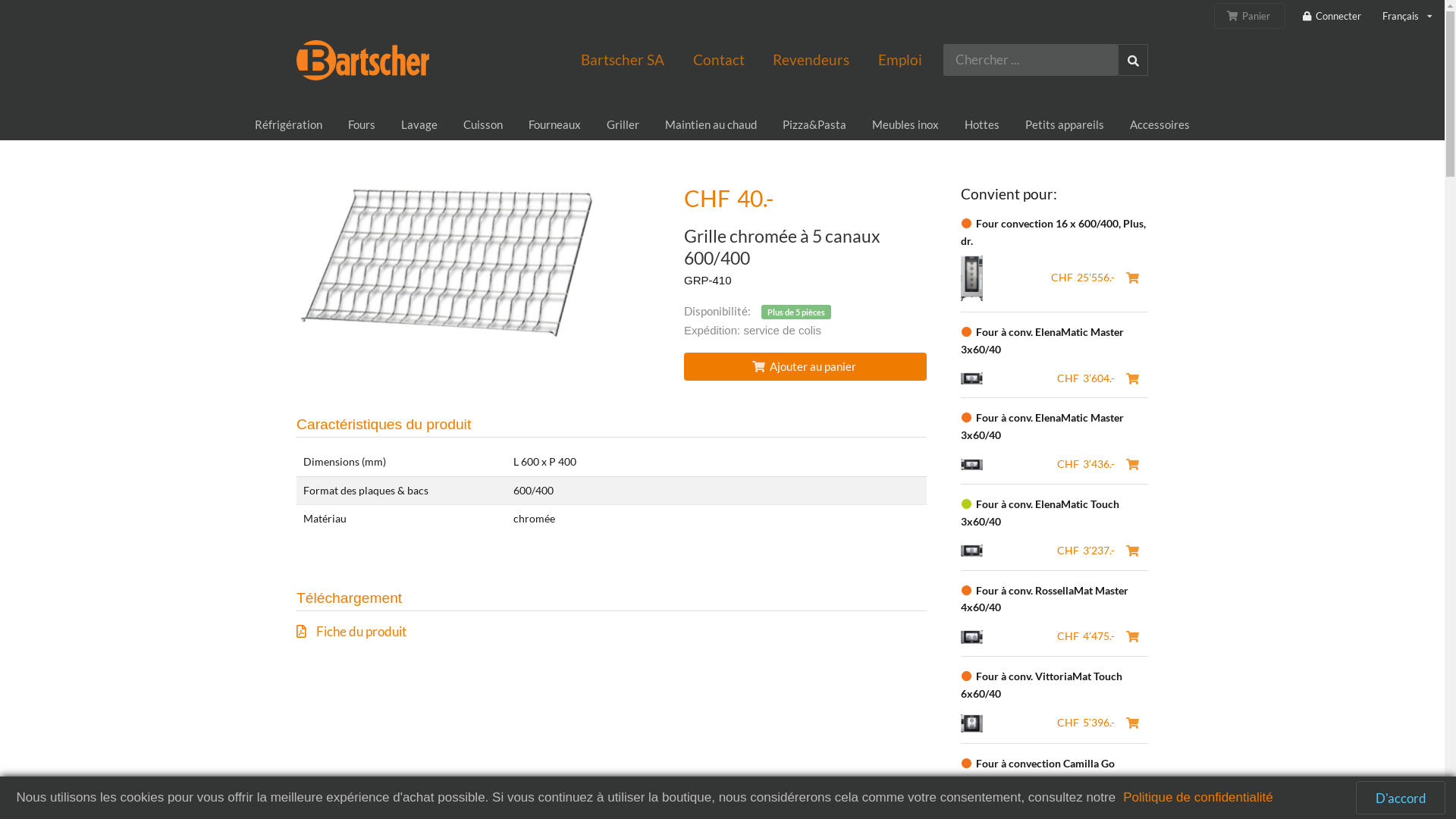 The height and width of the screenshot is (819, 1456). I want to click on 'Pizza&Pasta', so click(769, 124).